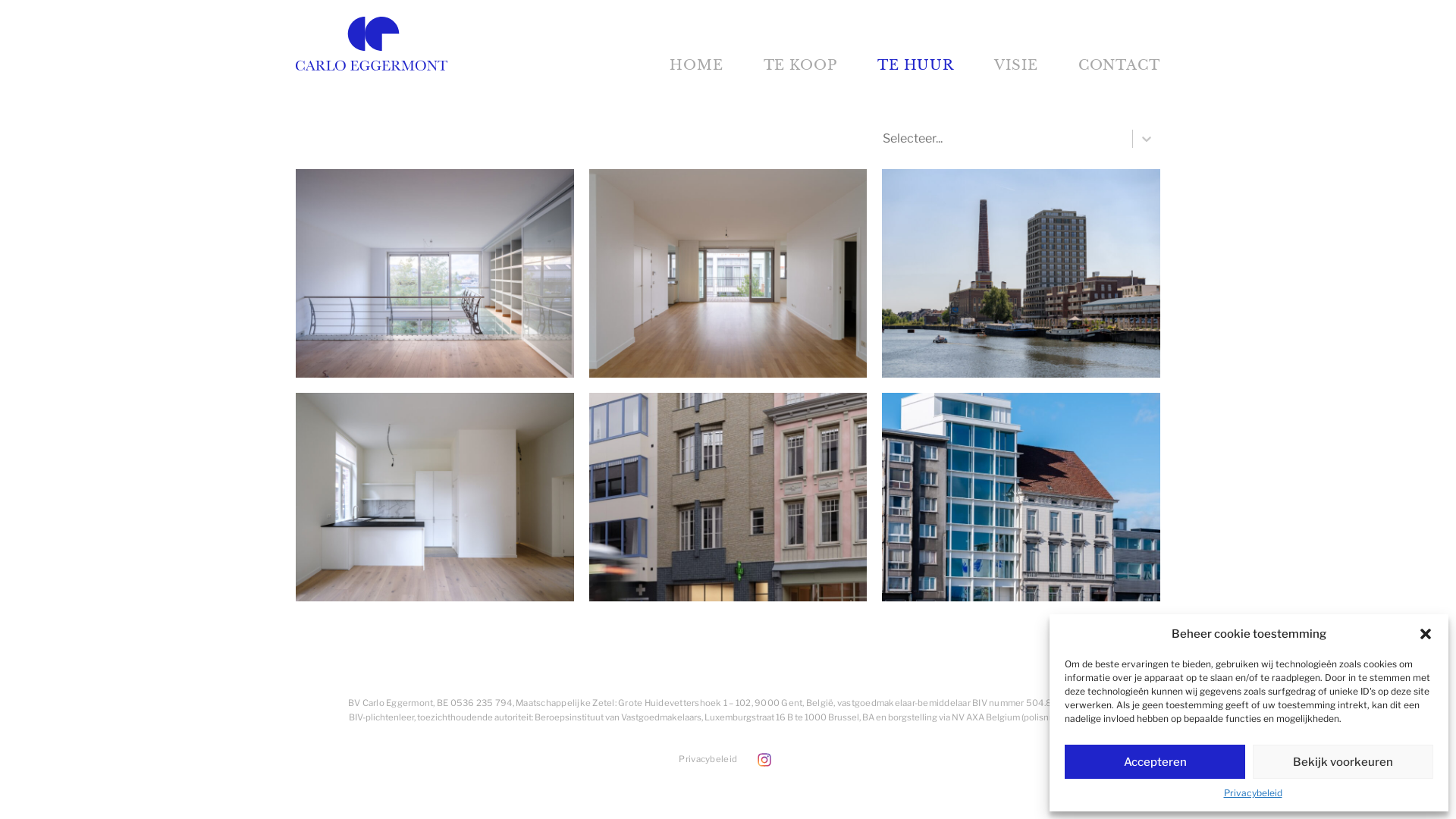 The width and height of the screenshot is (1456, 819). What do you see at coordinates (1153, 761) in the screenshot?
I see `'Accepteren'` at bounding box center [1153, 761].